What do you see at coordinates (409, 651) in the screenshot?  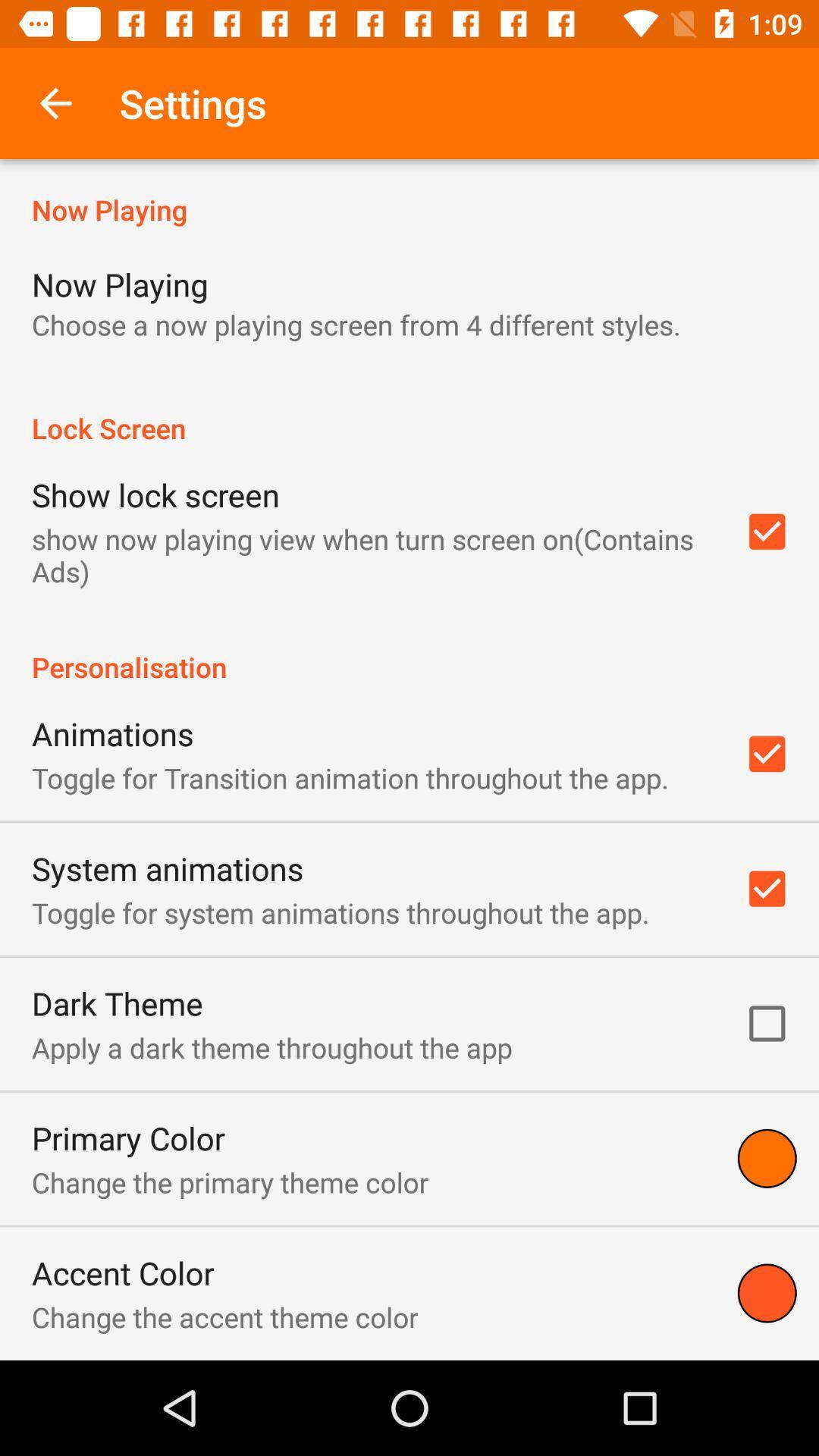 I see `personalisation item` at bounding box center [409, 651].